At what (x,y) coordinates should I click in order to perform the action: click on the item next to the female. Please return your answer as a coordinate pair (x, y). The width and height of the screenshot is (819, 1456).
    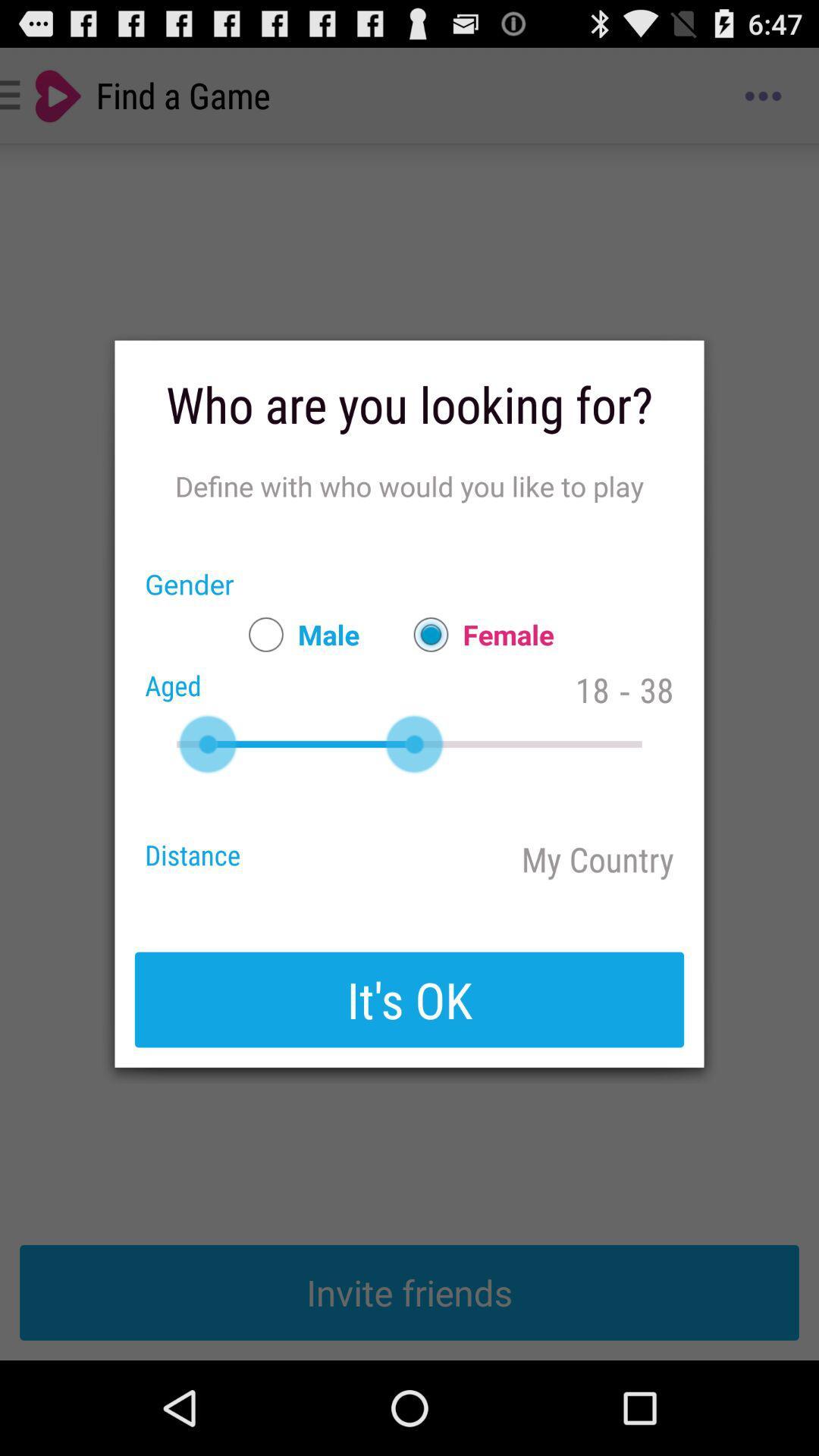
    Looking at the image, I should click on (297, 634).